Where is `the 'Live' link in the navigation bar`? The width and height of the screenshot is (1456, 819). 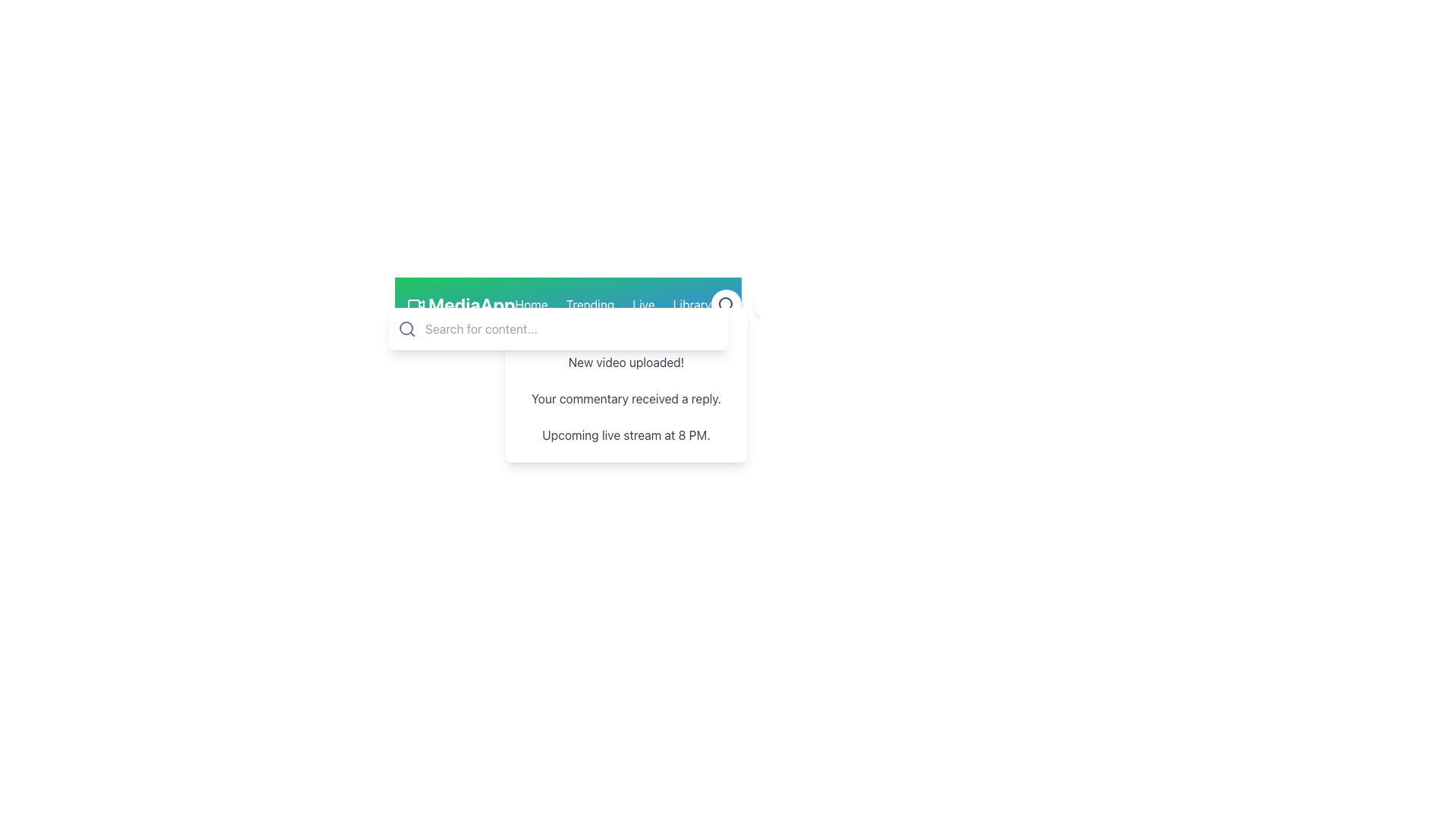
the 'Live' link in the navigation bar is located at coordinates (644, 304).